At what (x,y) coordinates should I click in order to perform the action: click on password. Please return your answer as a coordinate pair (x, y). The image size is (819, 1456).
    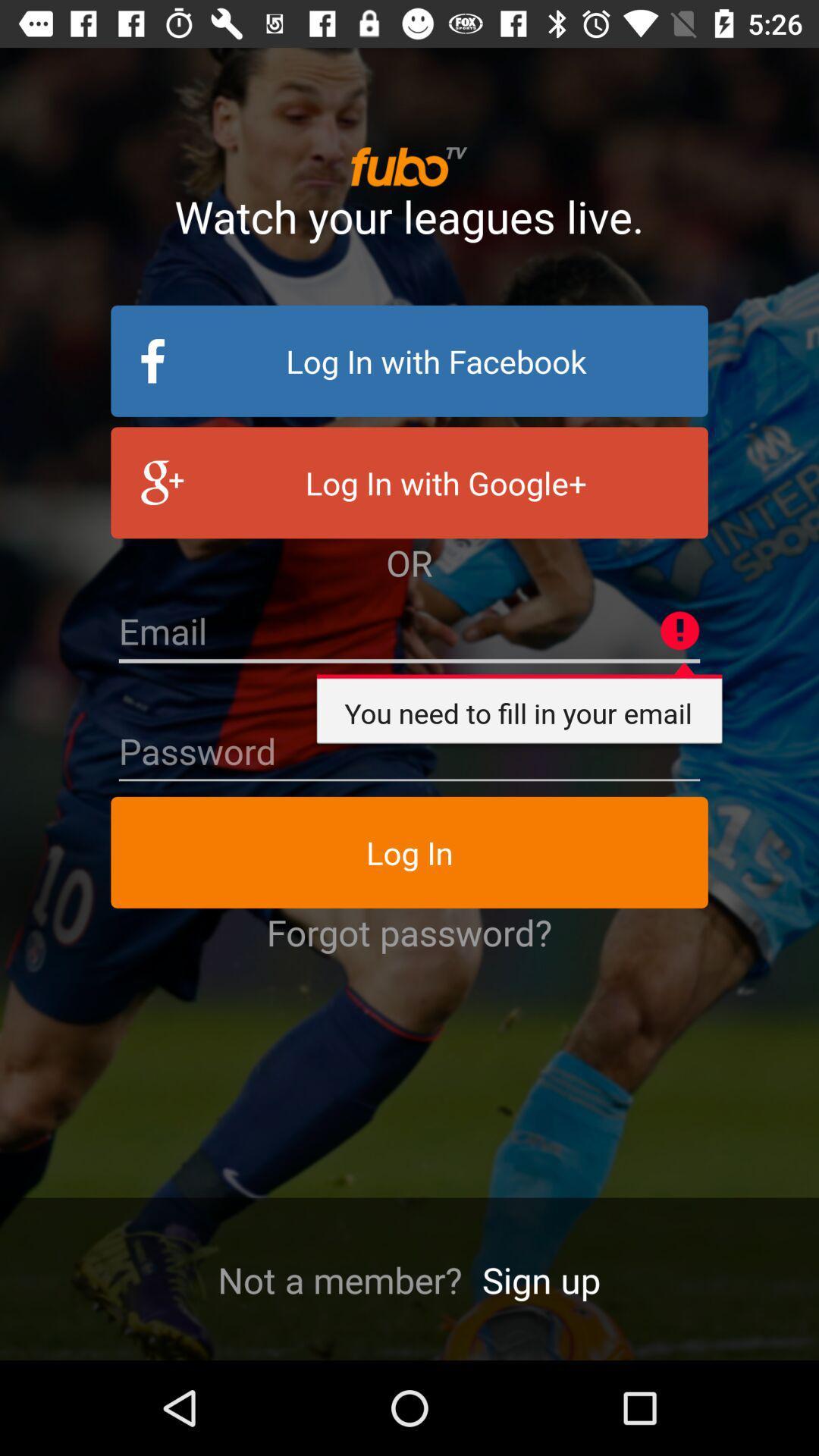
    Looking at the image, I should click on (409, 752).